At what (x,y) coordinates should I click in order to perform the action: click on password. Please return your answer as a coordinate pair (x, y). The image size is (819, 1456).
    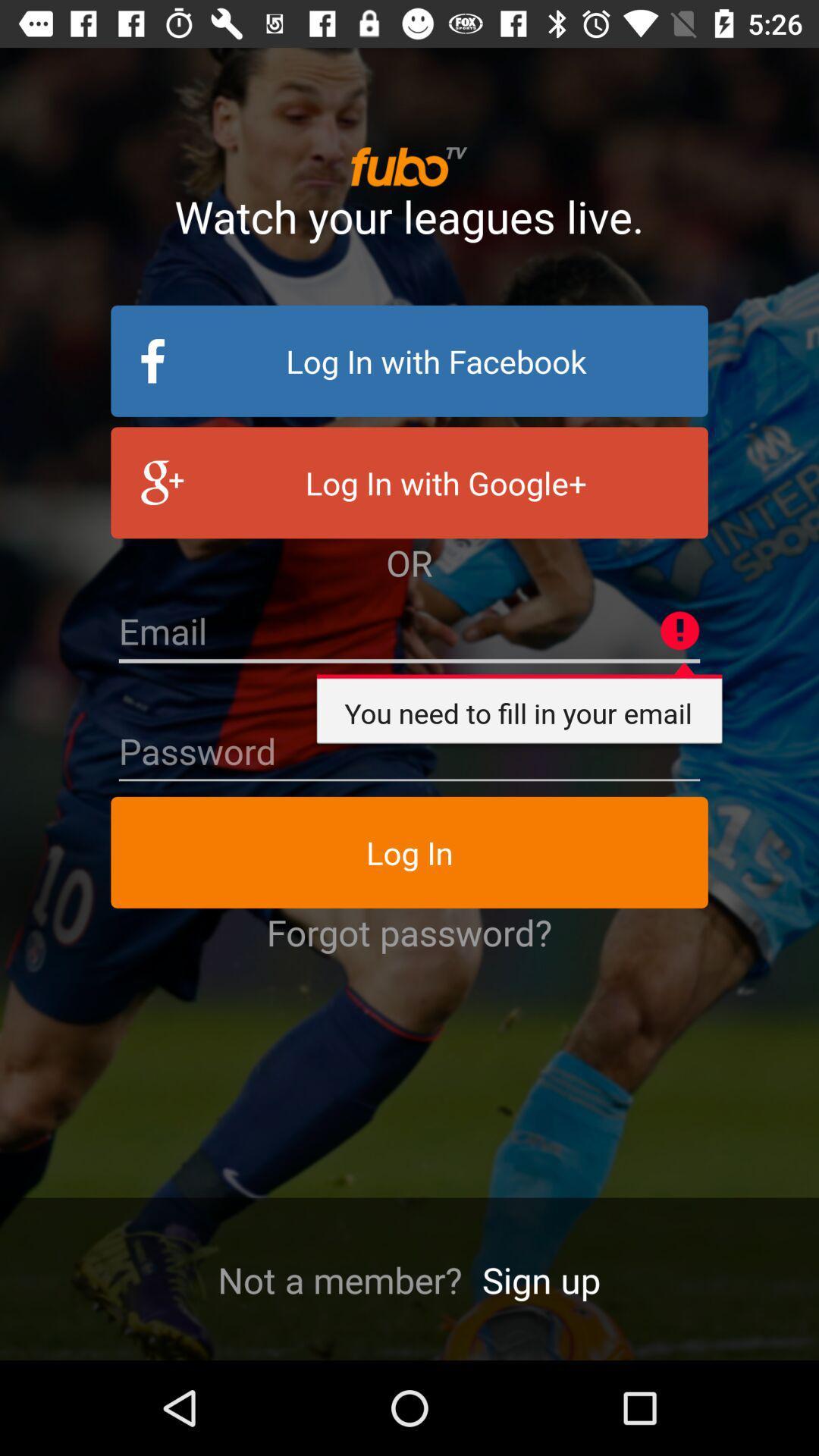
    Looking at the image, I should click on (409, 752).